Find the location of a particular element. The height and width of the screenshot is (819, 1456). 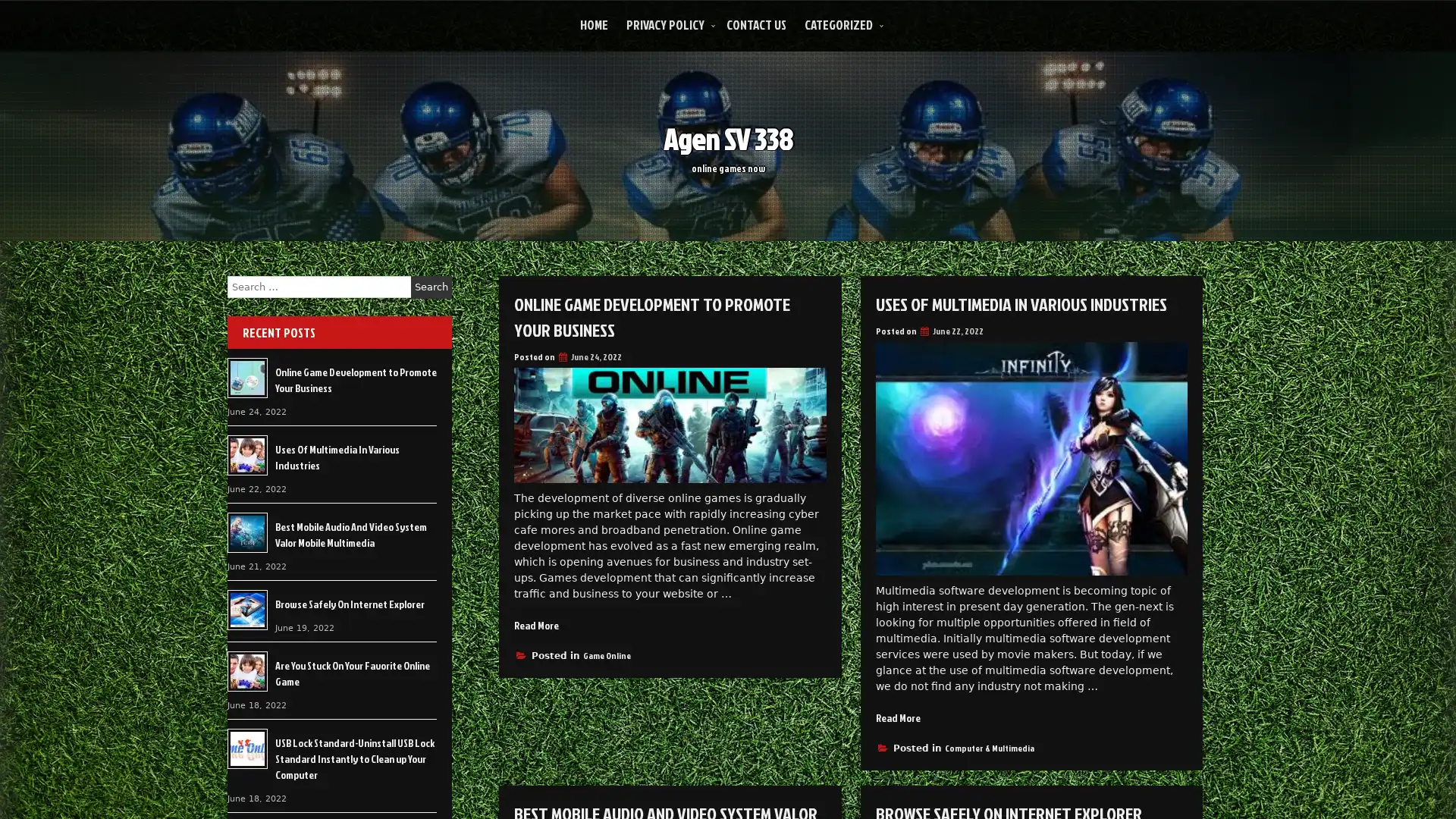

Search is located at coordinates (431, 287).